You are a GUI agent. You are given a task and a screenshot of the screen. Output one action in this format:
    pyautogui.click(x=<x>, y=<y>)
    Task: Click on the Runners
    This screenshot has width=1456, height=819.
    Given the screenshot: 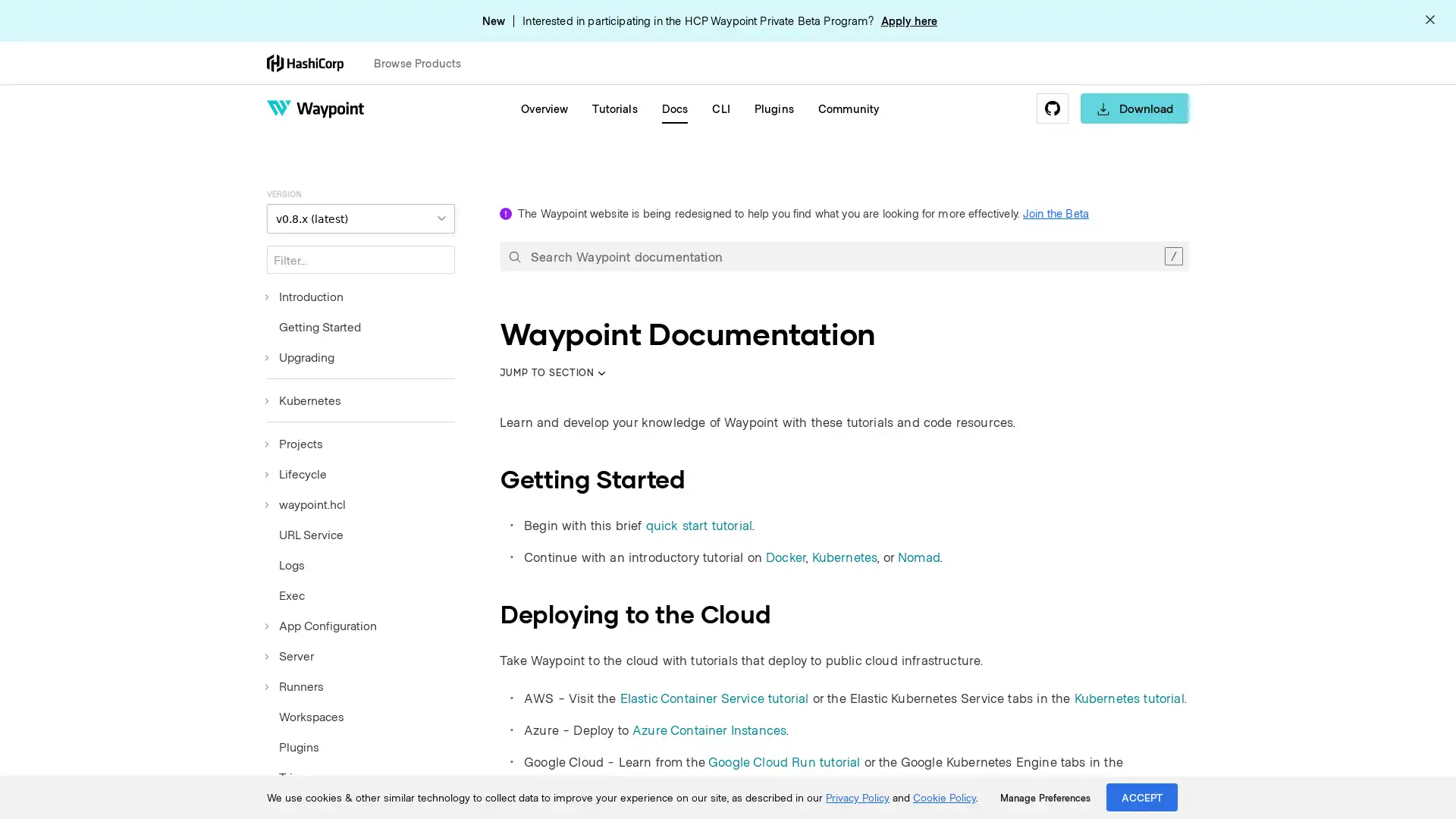 What is the action you would take?
    pyautogui.click(x=295, y=686)
    